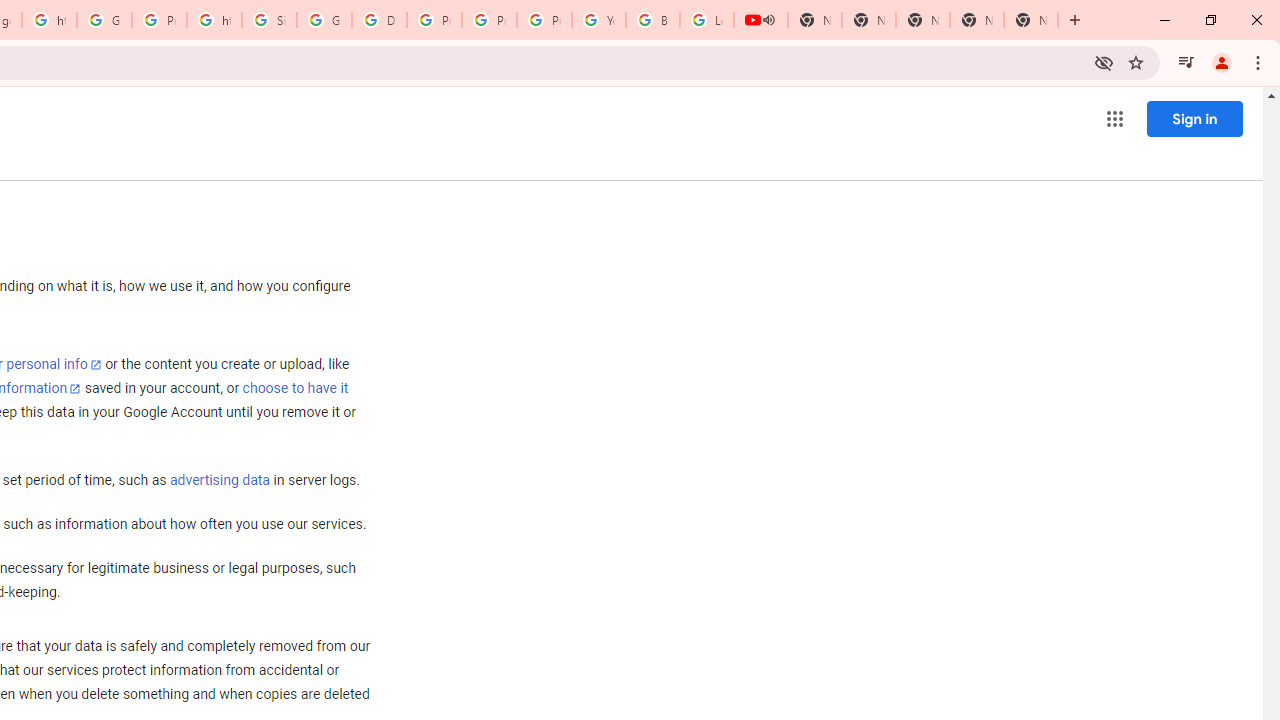  What do you see at coordinates (652, 20) in the screenshot?
I see `'Browse Chrome as a guest - Computer - Google Chrome Help'` at bounding box center [652, 20].